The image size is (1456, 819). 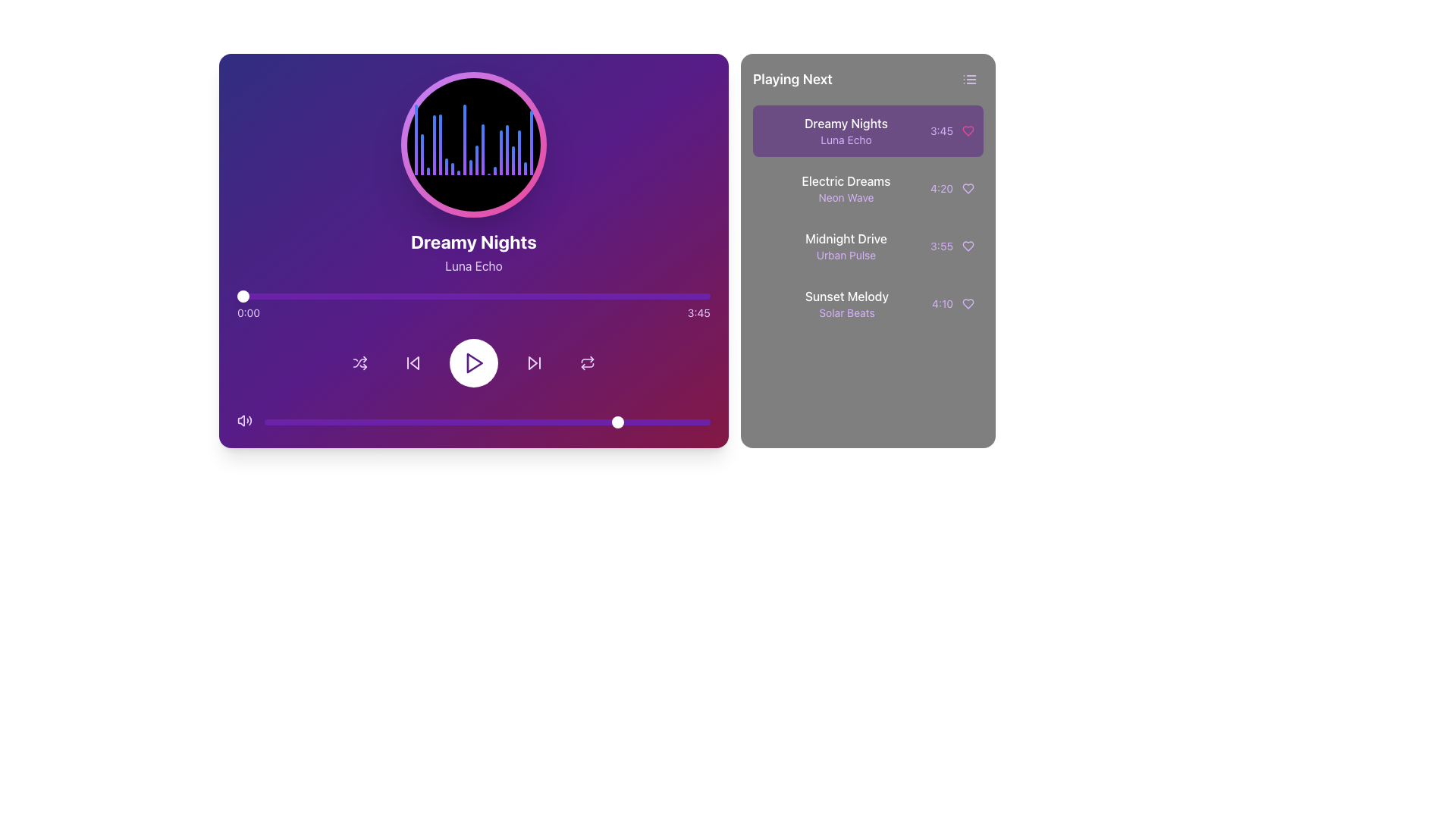 I want to click on slider value, so click(x=607, y=422).